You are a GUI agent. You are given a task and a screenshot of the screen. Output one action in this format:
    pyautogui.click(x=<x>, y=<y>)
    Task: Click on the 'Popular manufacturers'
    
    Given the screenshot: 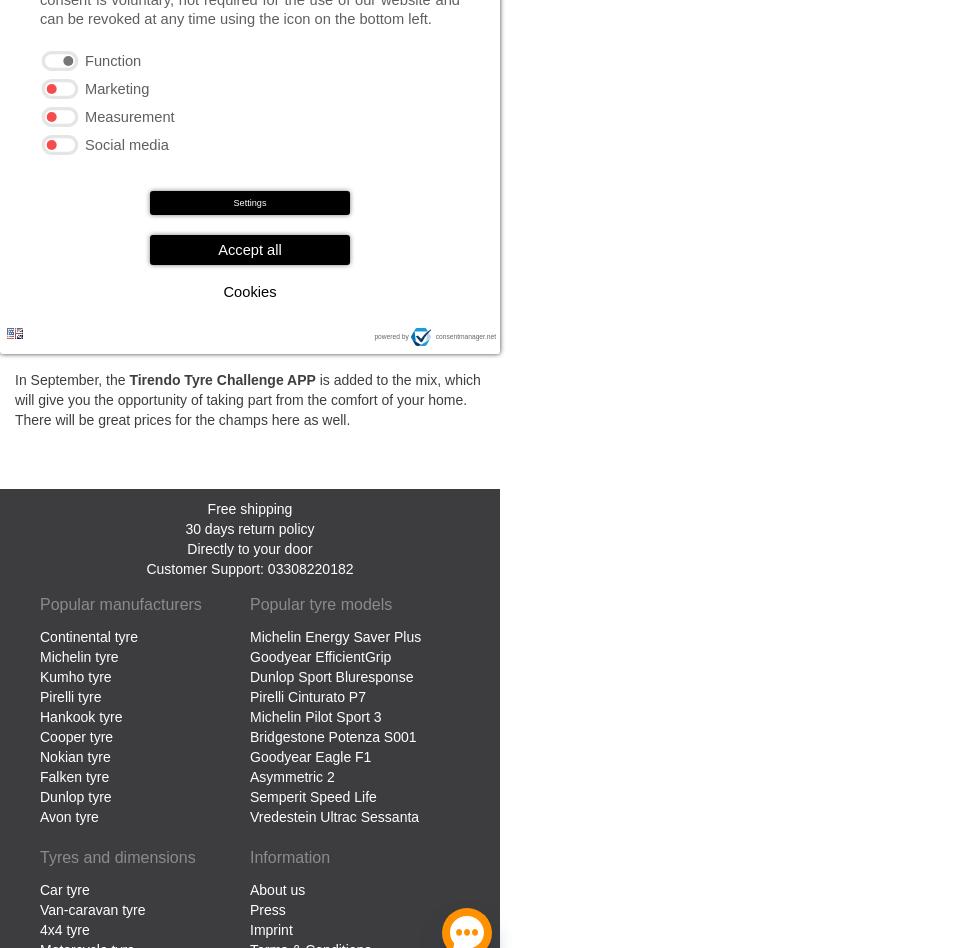 What is the action you would take?
    pyautogui.click(x=119, y=602)
    